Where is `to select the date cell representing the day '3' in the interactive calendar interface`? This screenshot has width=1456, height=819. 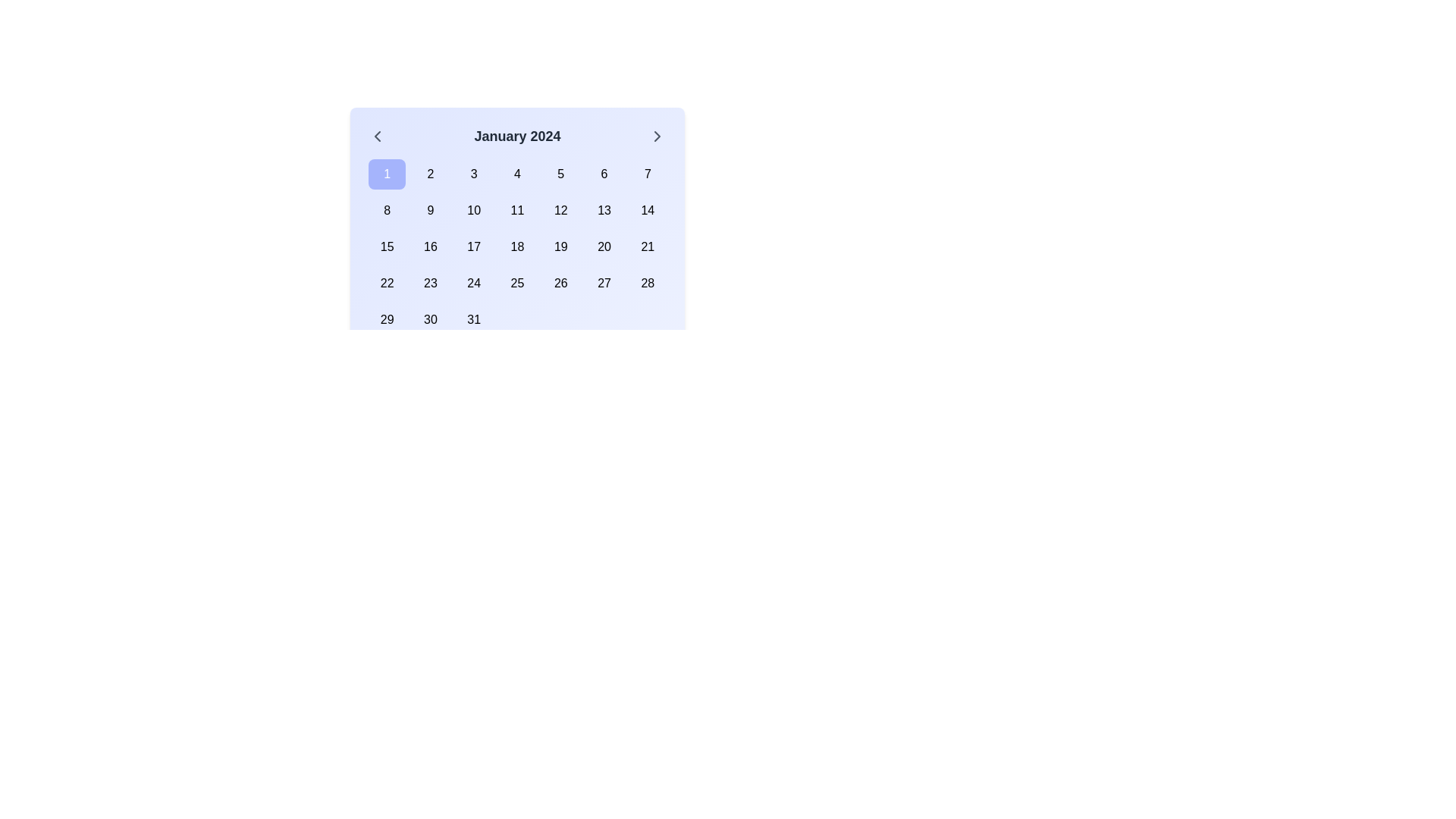 to select the date cell representing the day '3' in the interactive calendar interface is located at coordinates (473, 174).